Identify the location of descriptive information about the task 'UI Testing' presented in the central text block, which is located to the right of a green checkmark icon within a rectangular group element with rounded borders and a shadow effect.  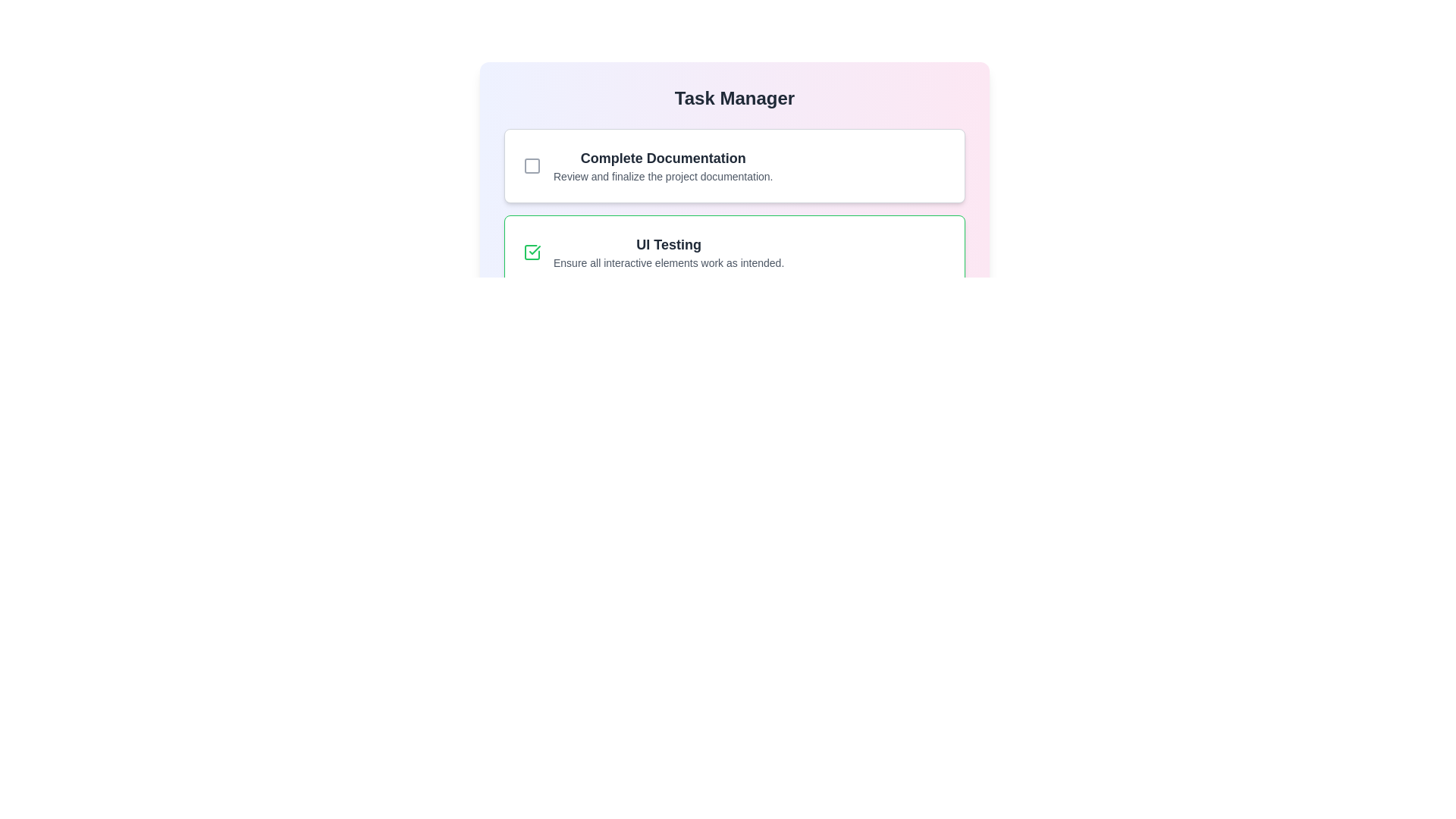
(668, 251).